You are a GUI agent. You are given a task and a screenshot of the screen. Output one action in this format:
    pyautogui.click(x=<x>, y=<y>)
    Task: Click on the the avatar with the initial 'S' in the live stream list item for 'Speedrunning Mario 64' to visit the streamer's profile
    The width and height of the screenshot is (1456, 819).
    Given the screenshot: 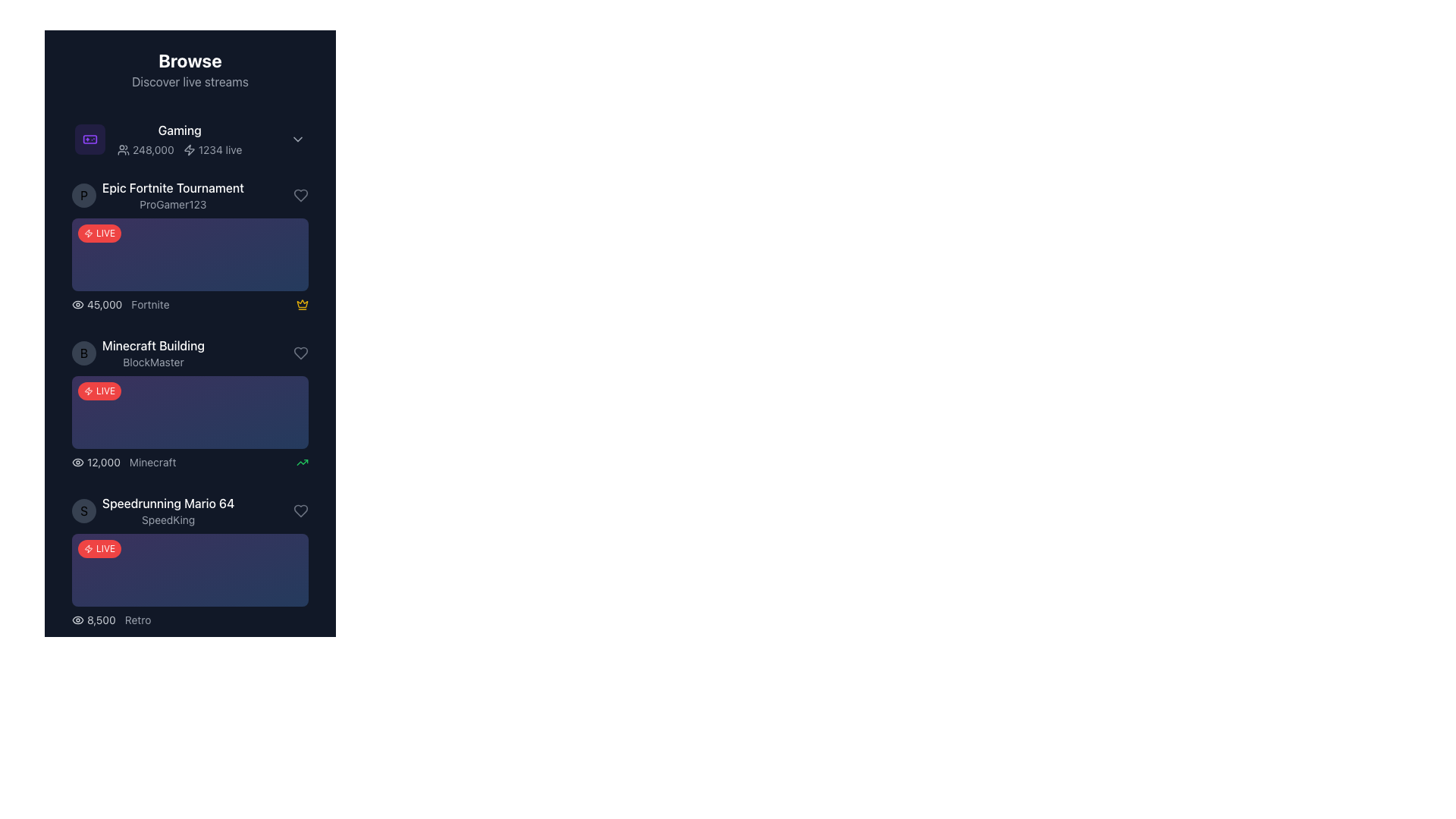 What is the action you would take?
    pyautogui.click(x=189, y=511)
    